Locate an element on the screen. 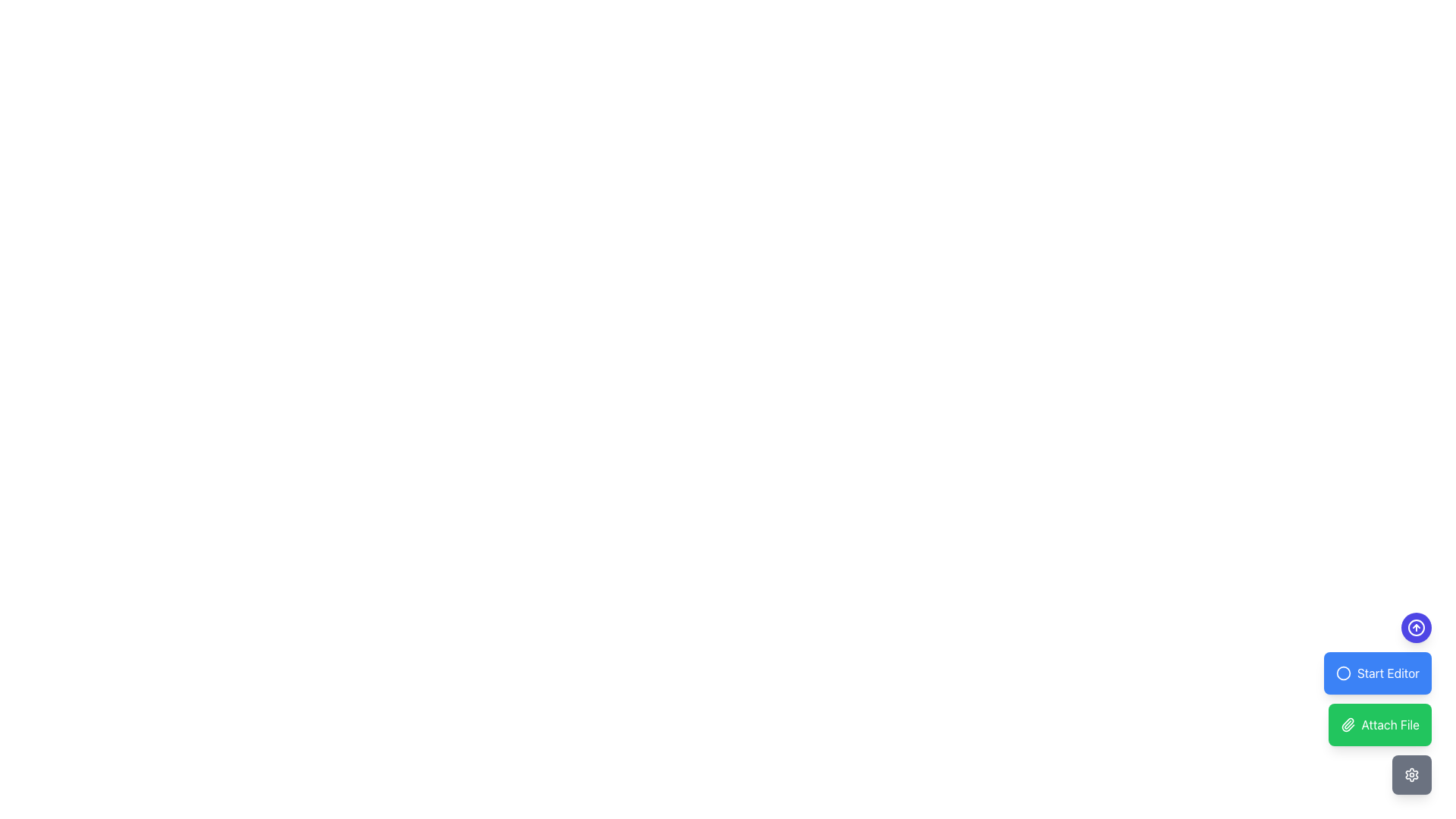 The width and height of the screenshot is (1456, 819). the file attachment button located at the bottom-right corner of the interface, which is the second button in a vertical stack of buttons is located at coordinates (1377, 704).